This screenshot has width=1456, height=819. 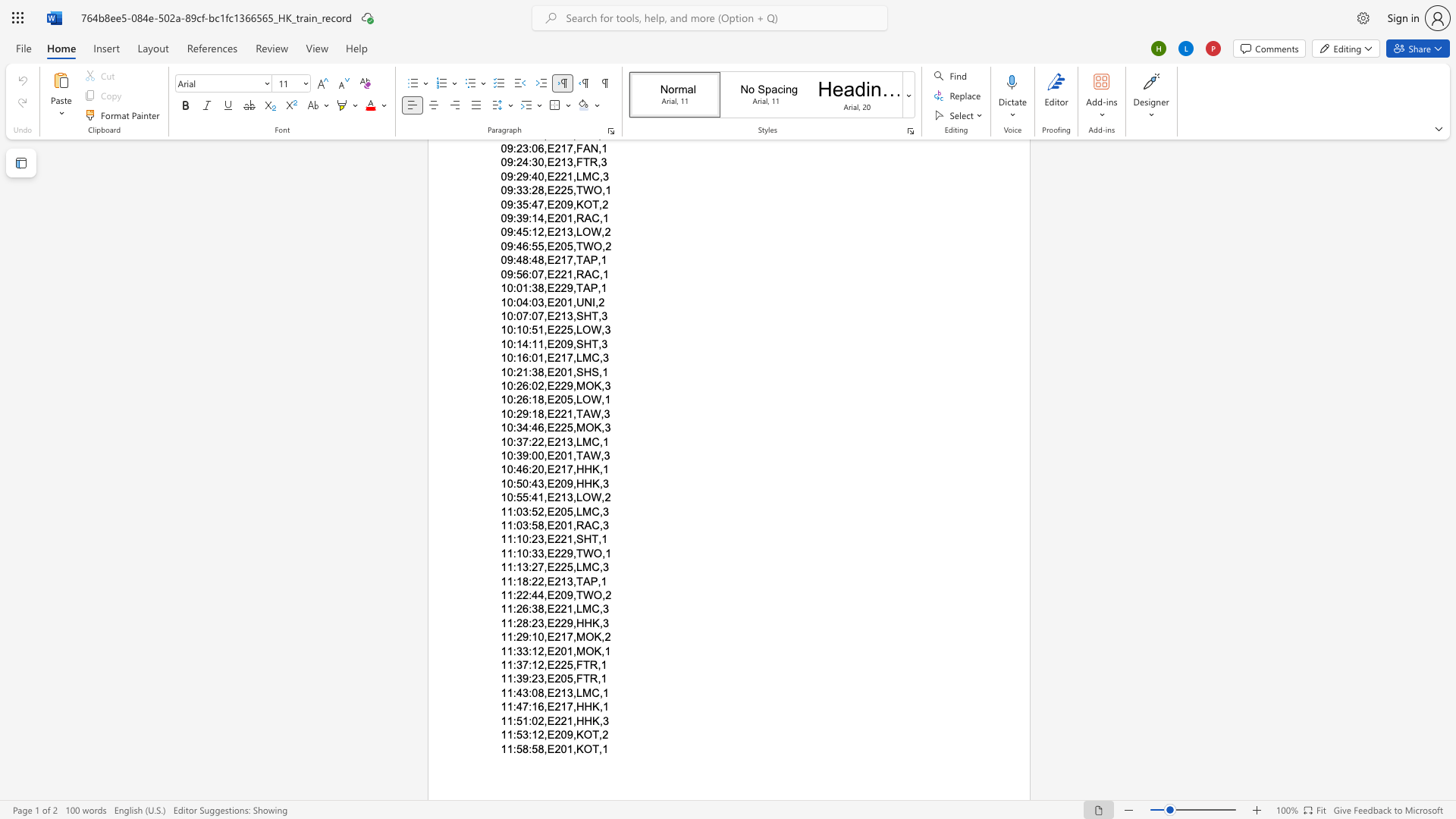 I want to click on the subset text "17," within the text "10:46:20,E217,HHK,1", so click(x=560, y=469).